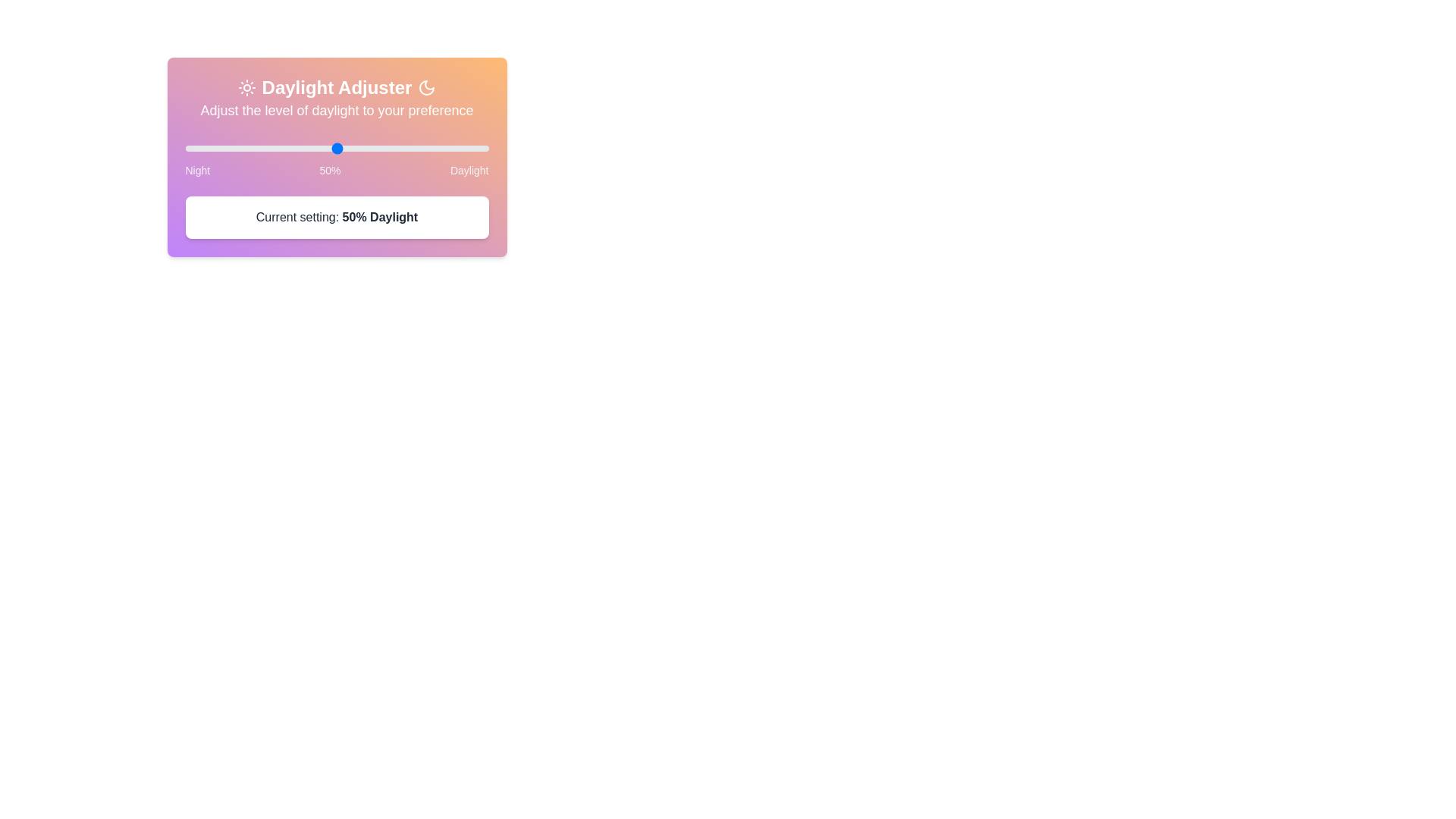  What do you see at coordinates (184, 149) in the screenshot?
I see `the slider to set the daylight level to 34%` at bounding box center [184, 149].